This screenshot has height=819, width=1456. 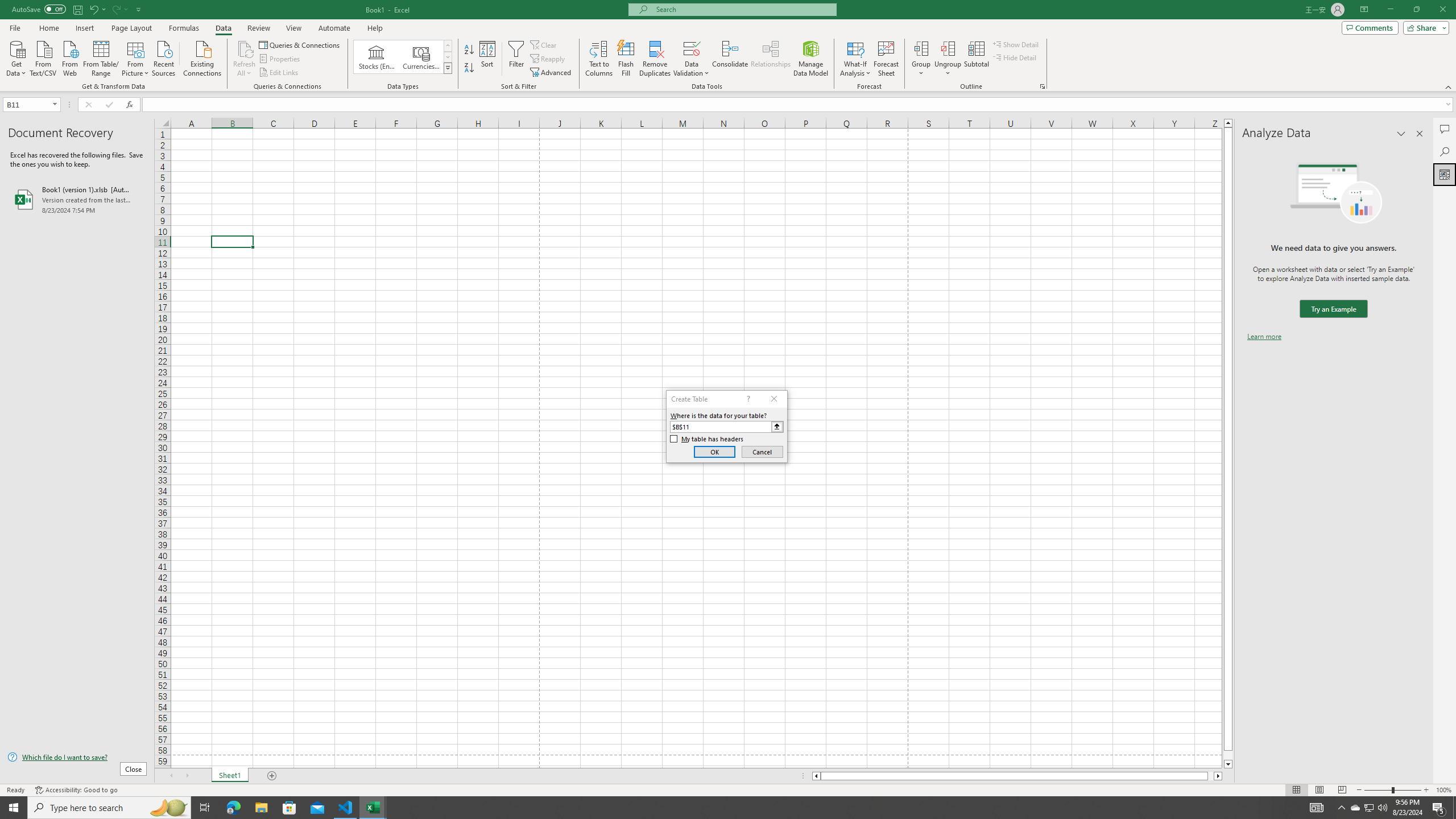 I want to click on 'Automate', so click(x=334, y=28).